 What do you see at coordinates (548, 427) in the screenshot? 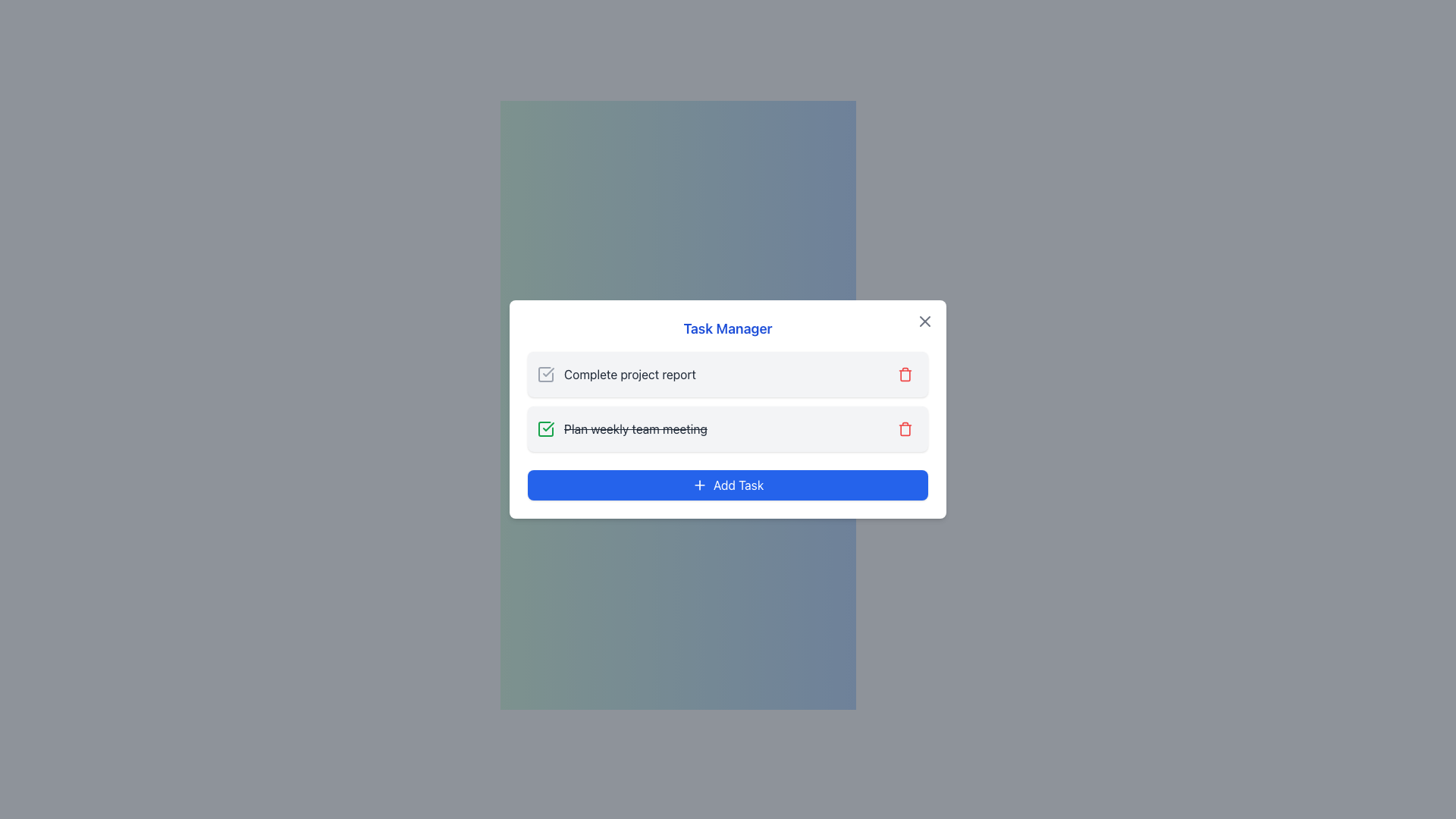
I see `green checkmark icon indicating a completed status, located near the text 'Plan weekly team meeting'` at bounding box center [548, 427].